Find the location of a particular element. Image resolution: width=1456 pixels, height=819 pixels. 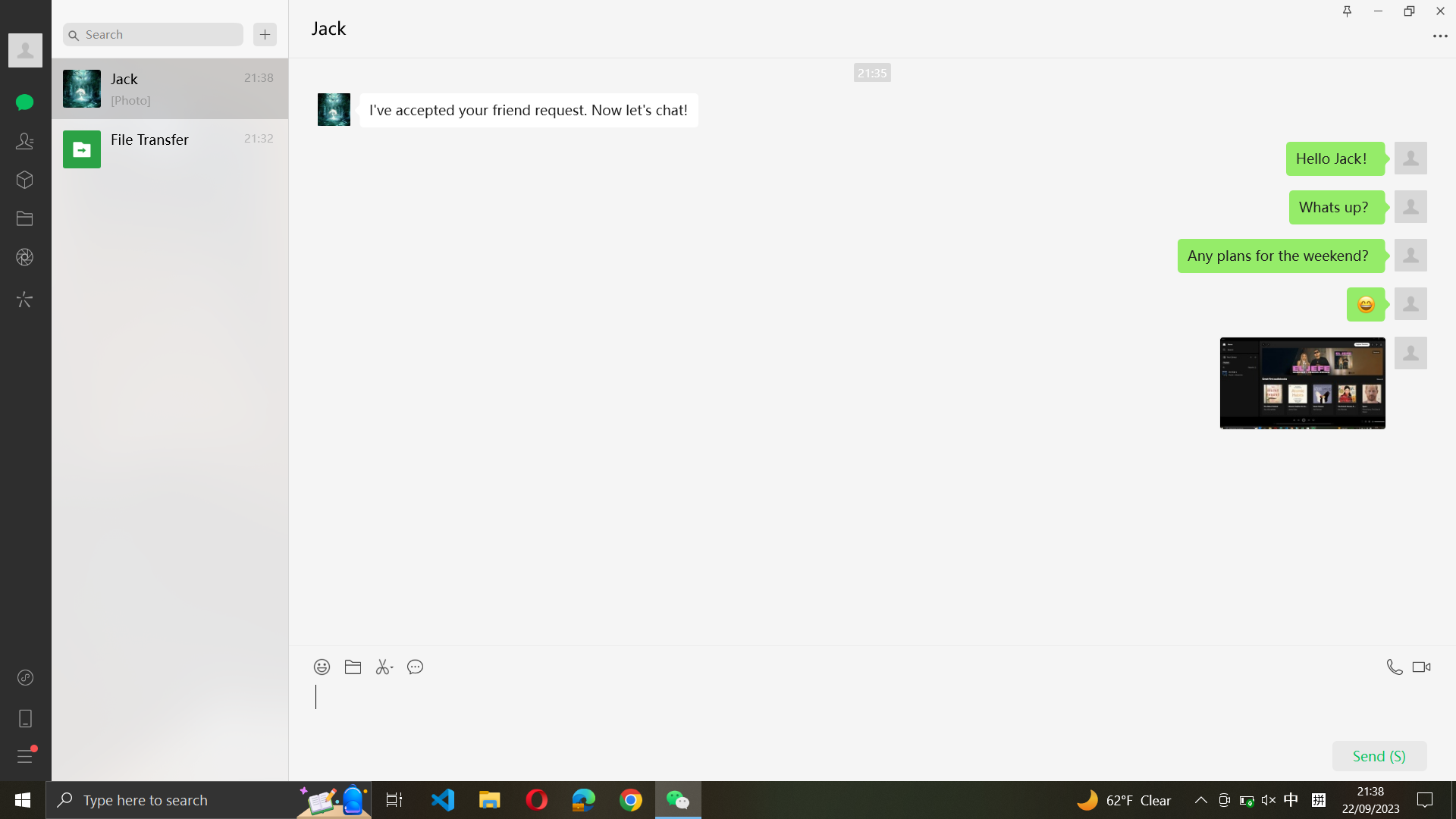

the camera functionality is located at coordinates (26, 258).